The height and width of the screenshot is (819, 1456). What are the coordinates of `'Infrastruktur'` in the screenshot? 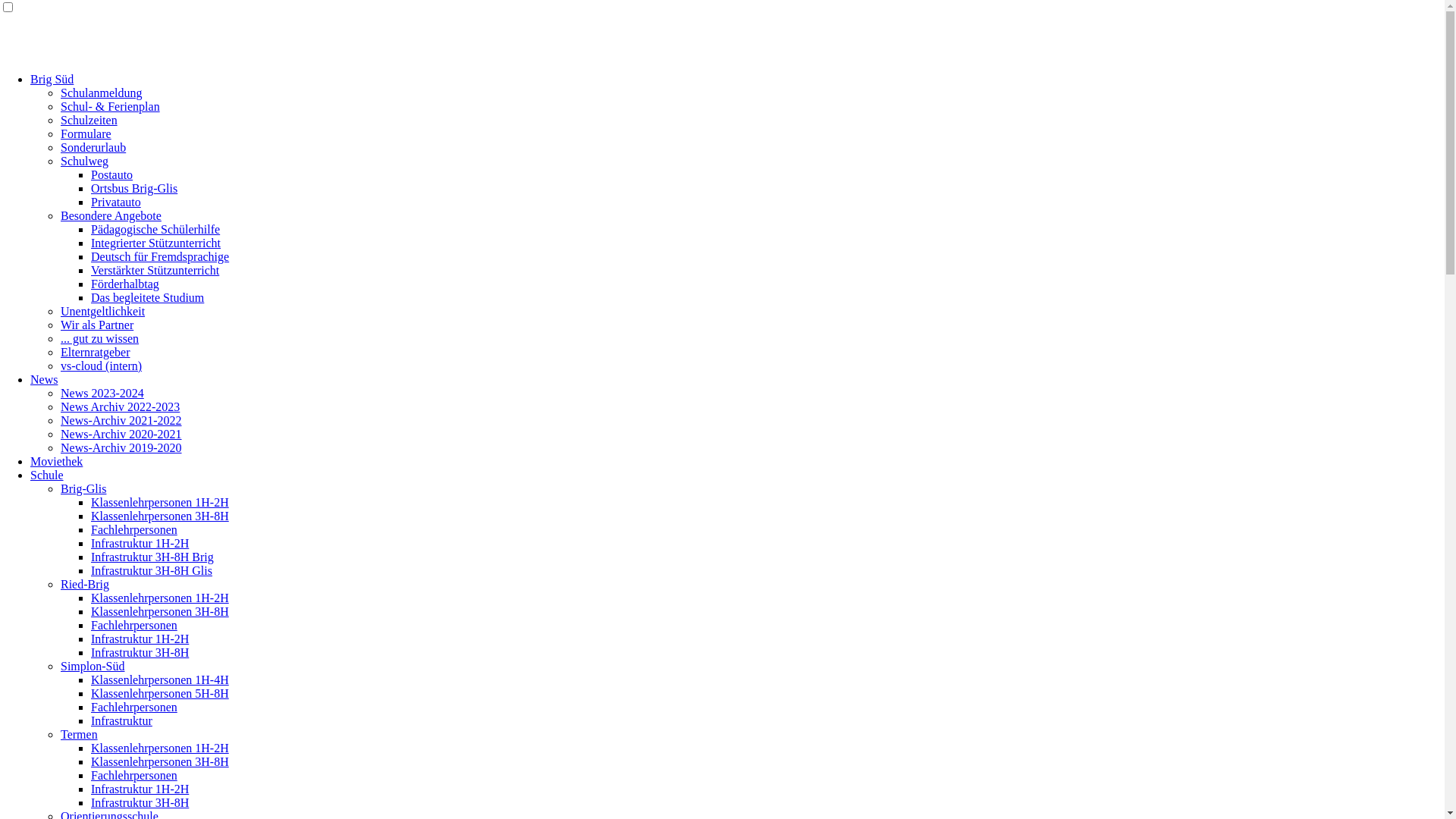 It's located at (121, 720).